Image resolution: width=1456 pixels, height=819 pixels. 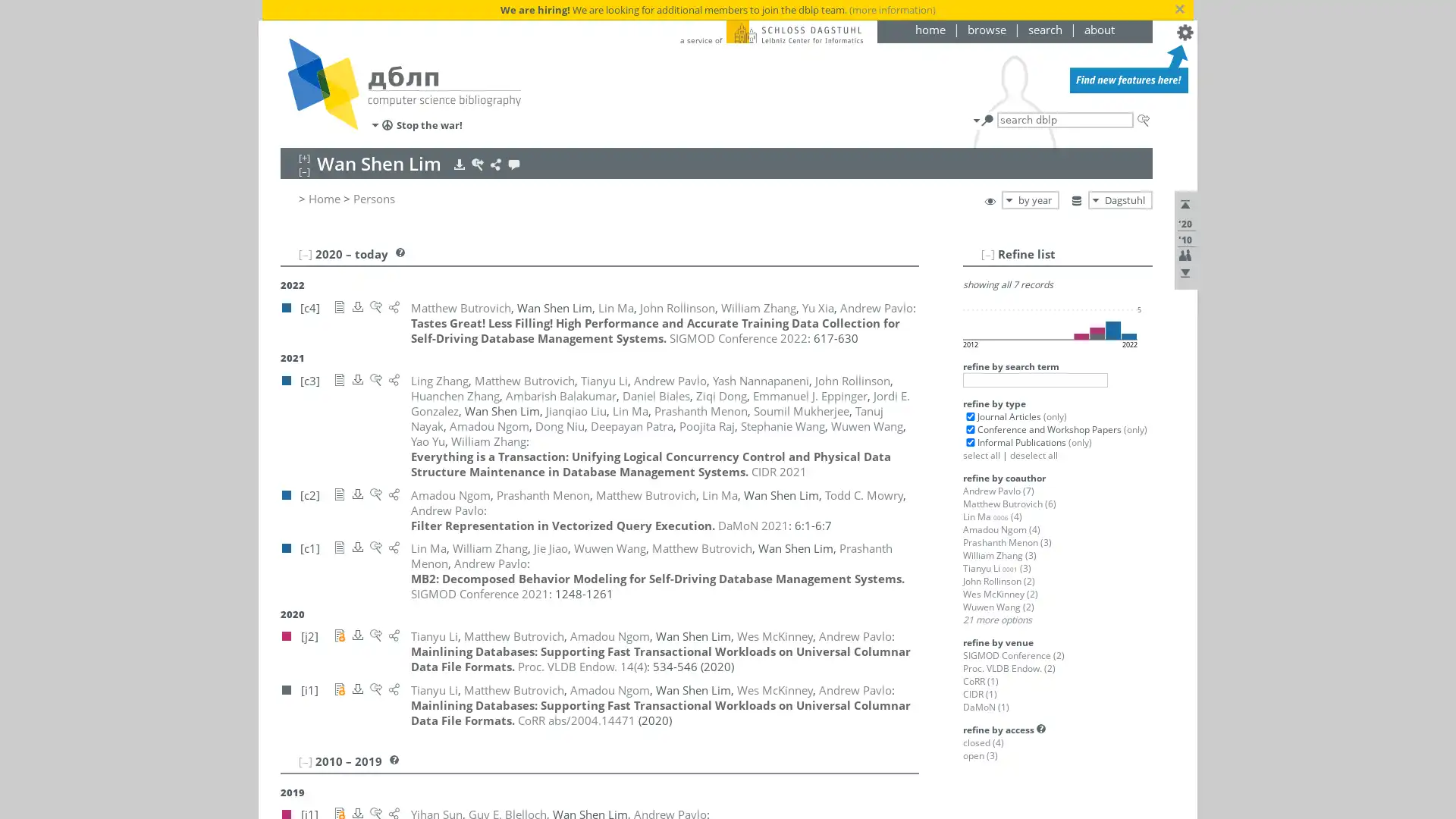 I want to click on Proc. VLDB Endow. (2), so click(x=1009, y=667).